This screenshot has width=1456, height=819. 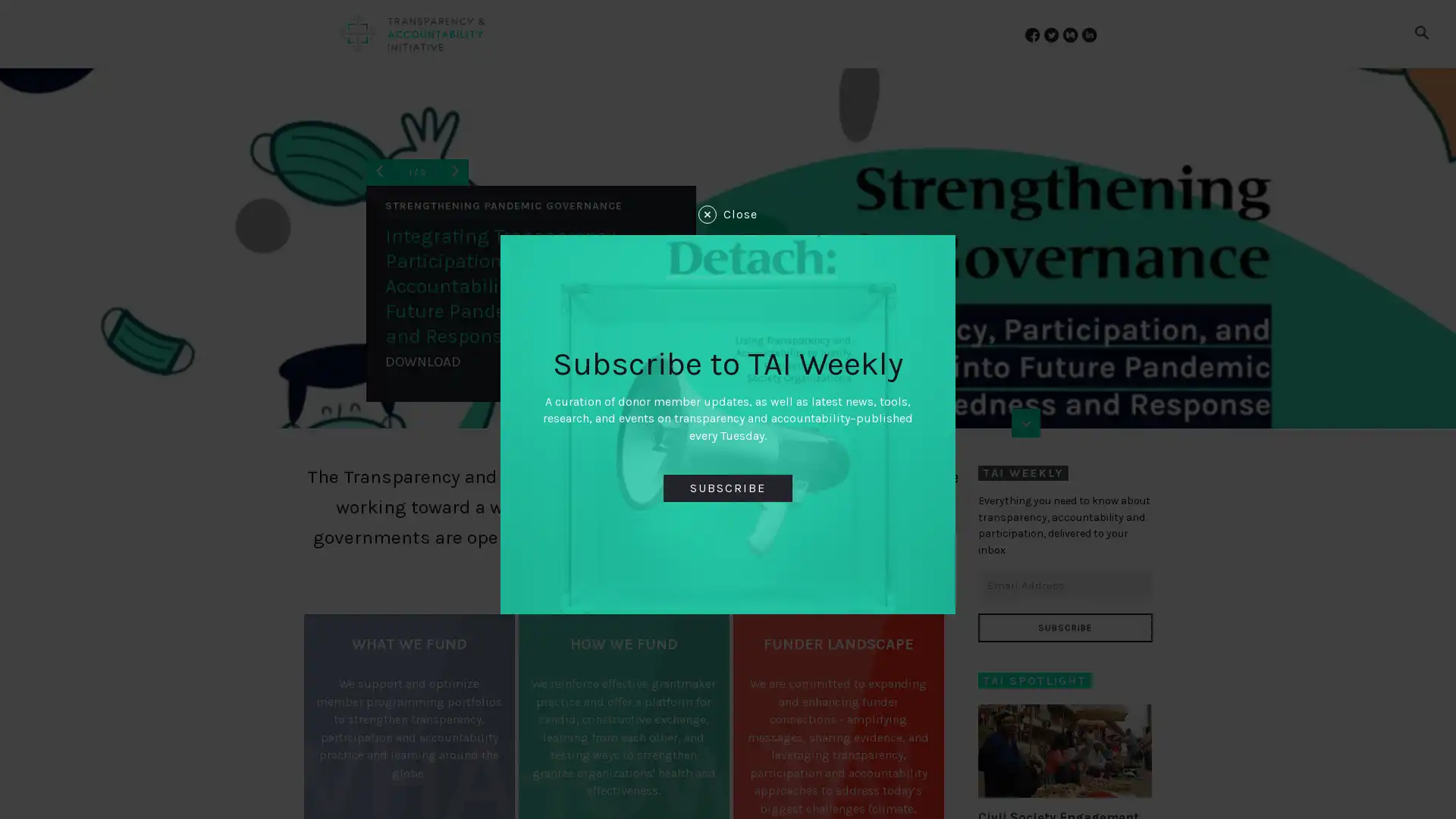 What do you see at coordinates (1063, 626) in the screenshot?
I see `SUBSCRIBE` at bounding box center [1063, 626].